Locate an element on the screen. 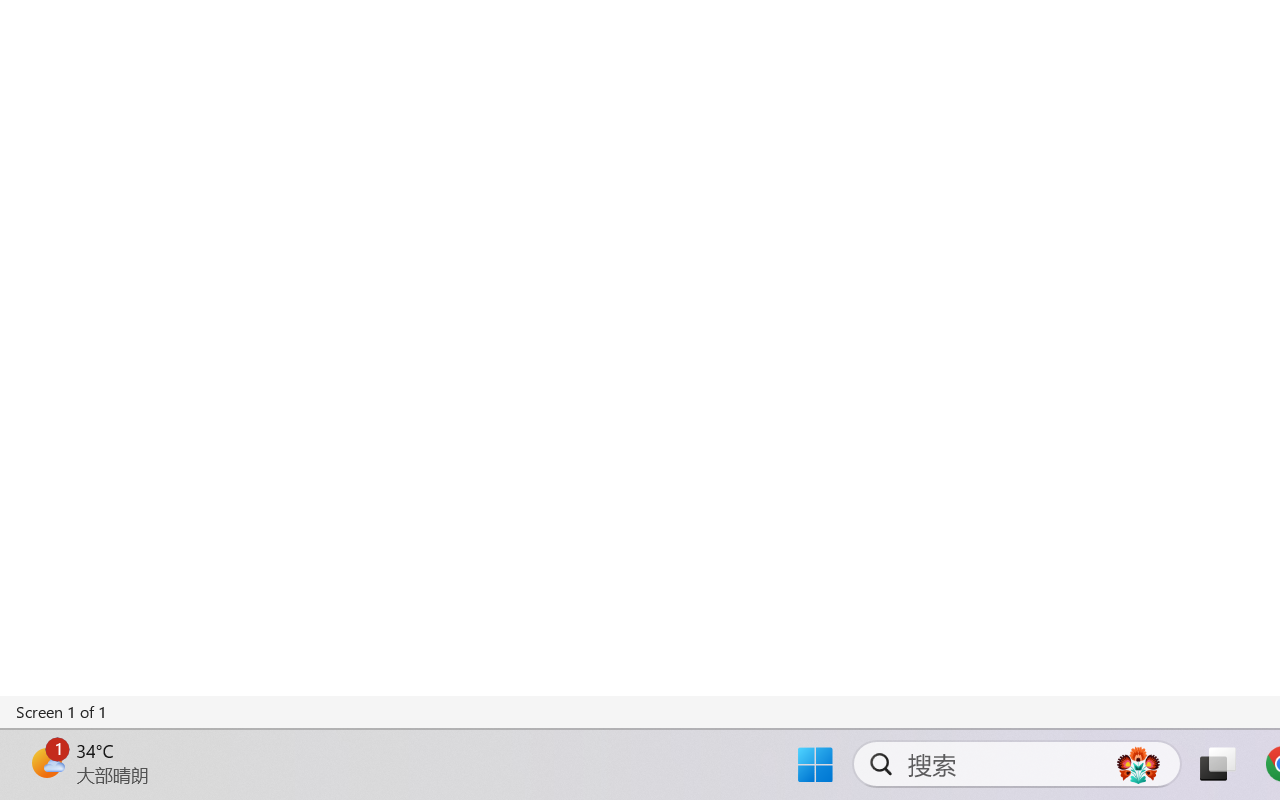 Image resolution: width=1280 pixels, height=800 pixels. 'AutomationID: DynamicSearchBoxGleamImage' is located at coordinates (1138, 764).